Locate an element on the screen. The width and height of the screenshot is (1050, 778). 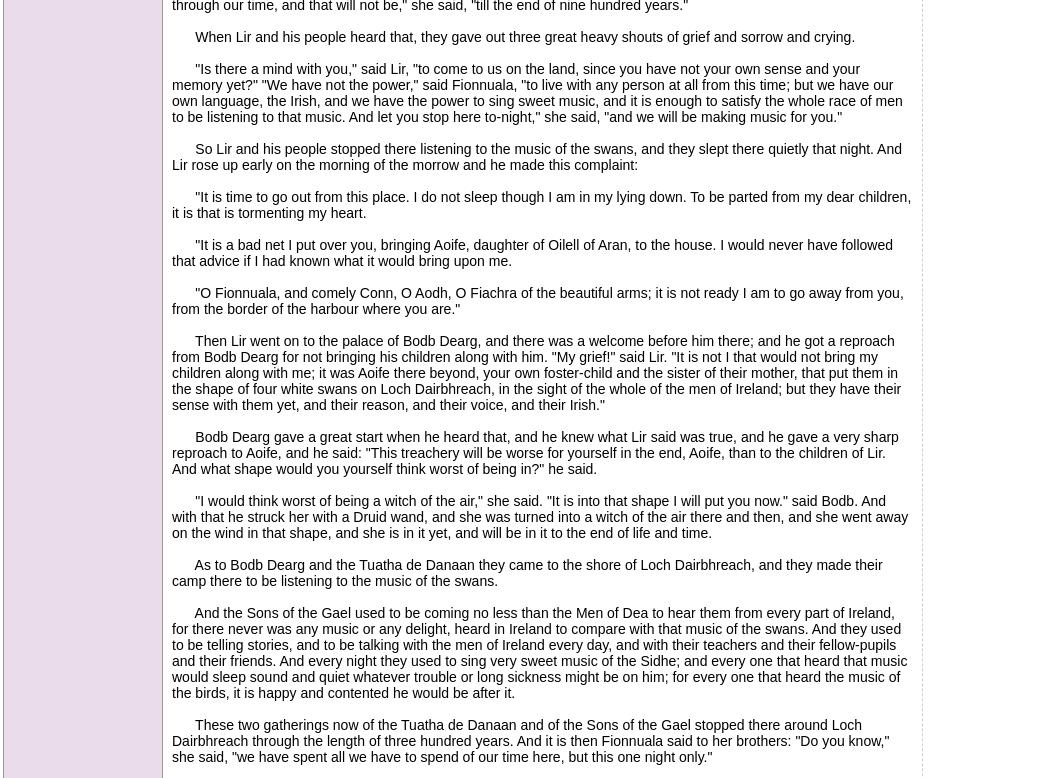
'"Is there a mind with you," said Lir, "to come to us on the land, since you have not your own sense and your memory yet?" "We have not the power," said Fionnuala, "to live with any person at all from this time; but we have our own language, the Irish, and we have the power to sing sweet music, and it is enough to satisfy the whole race of men to be listening to that music. And let you stop here to-night," she said, "and we will be making music for you."' is located at coordinates (536, 91).